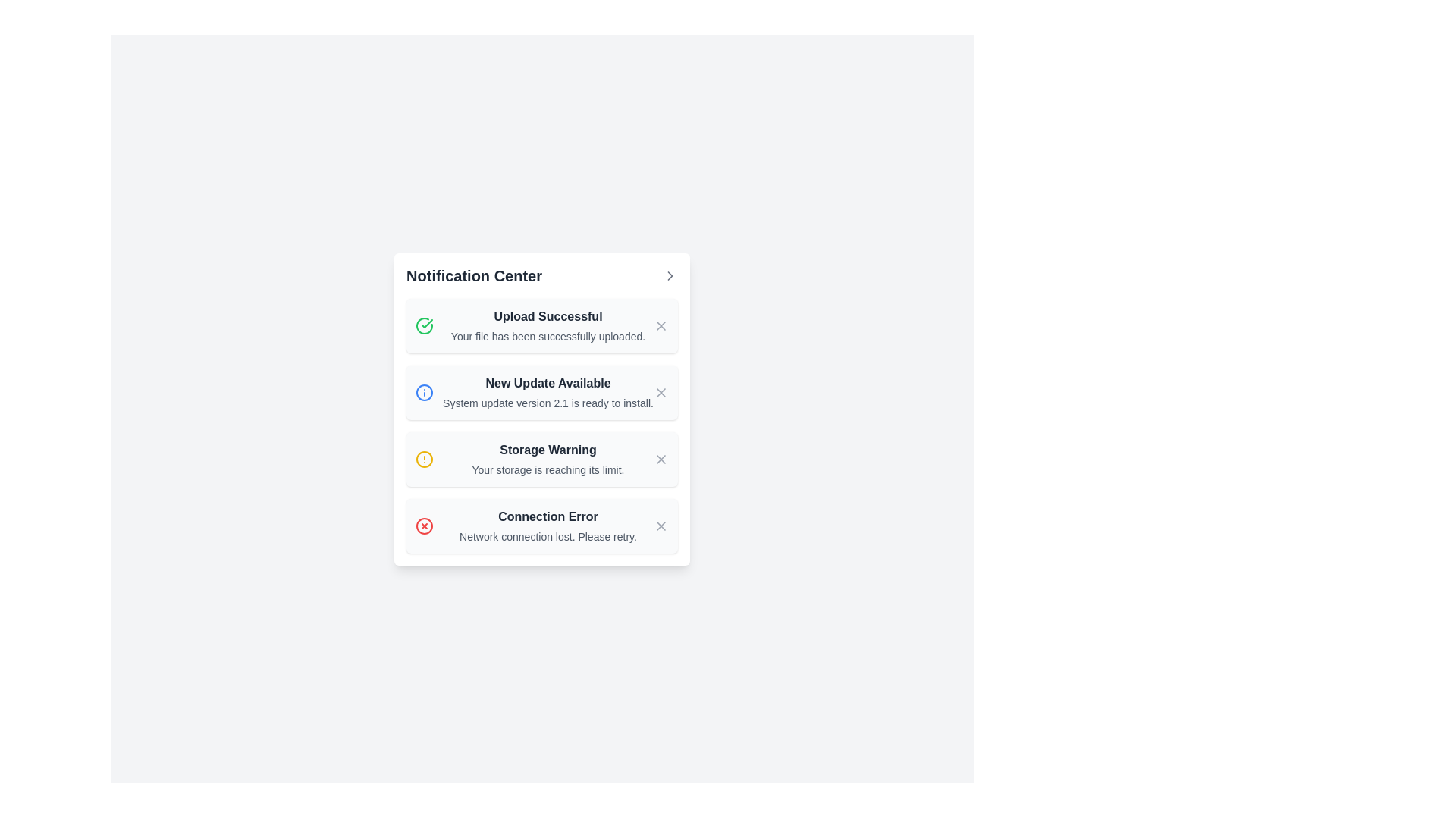  Describe the element at coordinates (548, 535) in the screenshot. I see `the text label displaying 'Network connection lost. Please retry.' located in the notification panel below the 'Connection Error' title` at that location.